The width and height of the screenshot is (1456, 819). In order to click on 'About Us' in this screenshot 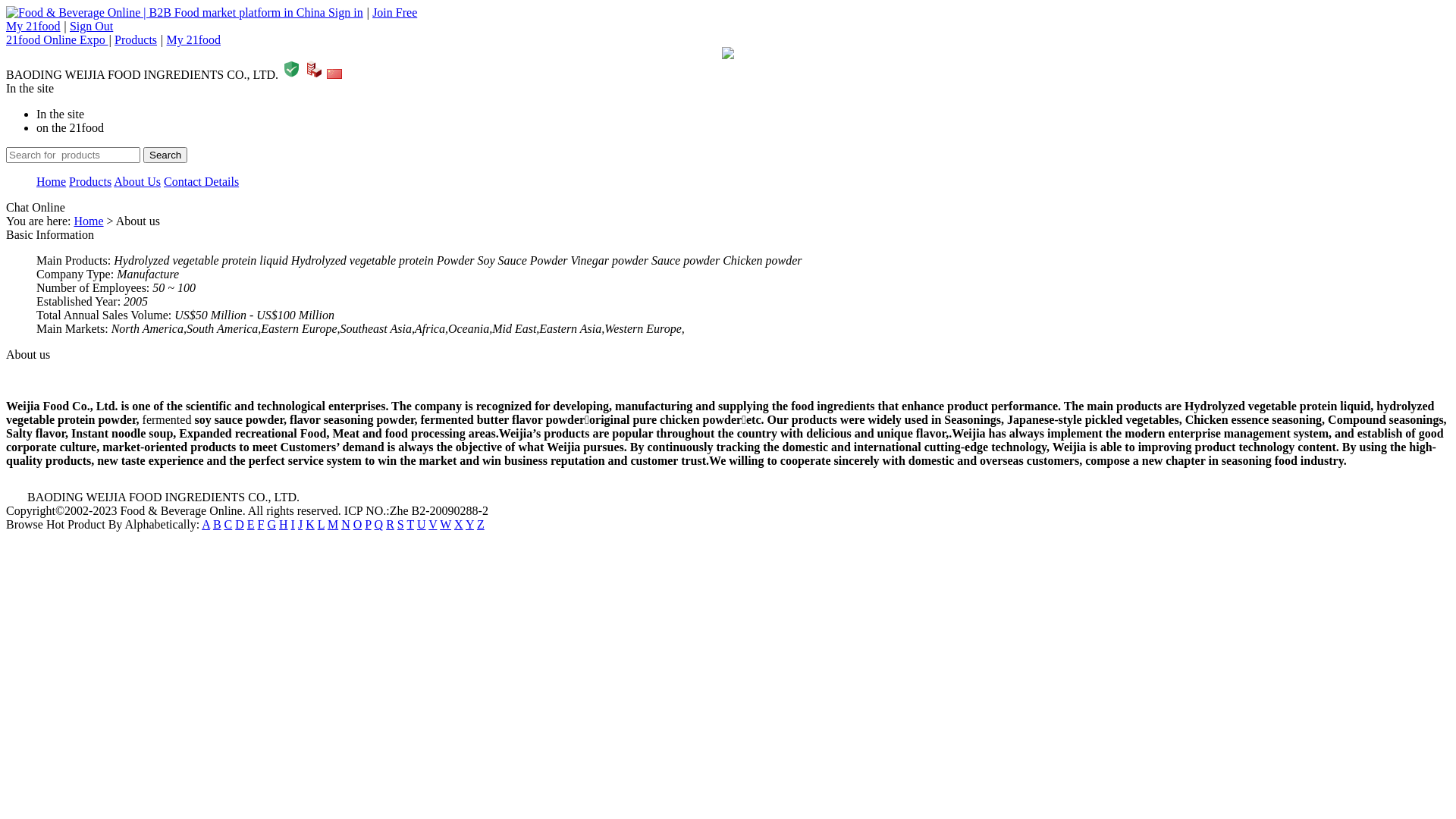, I will do `click(137, 180)`.